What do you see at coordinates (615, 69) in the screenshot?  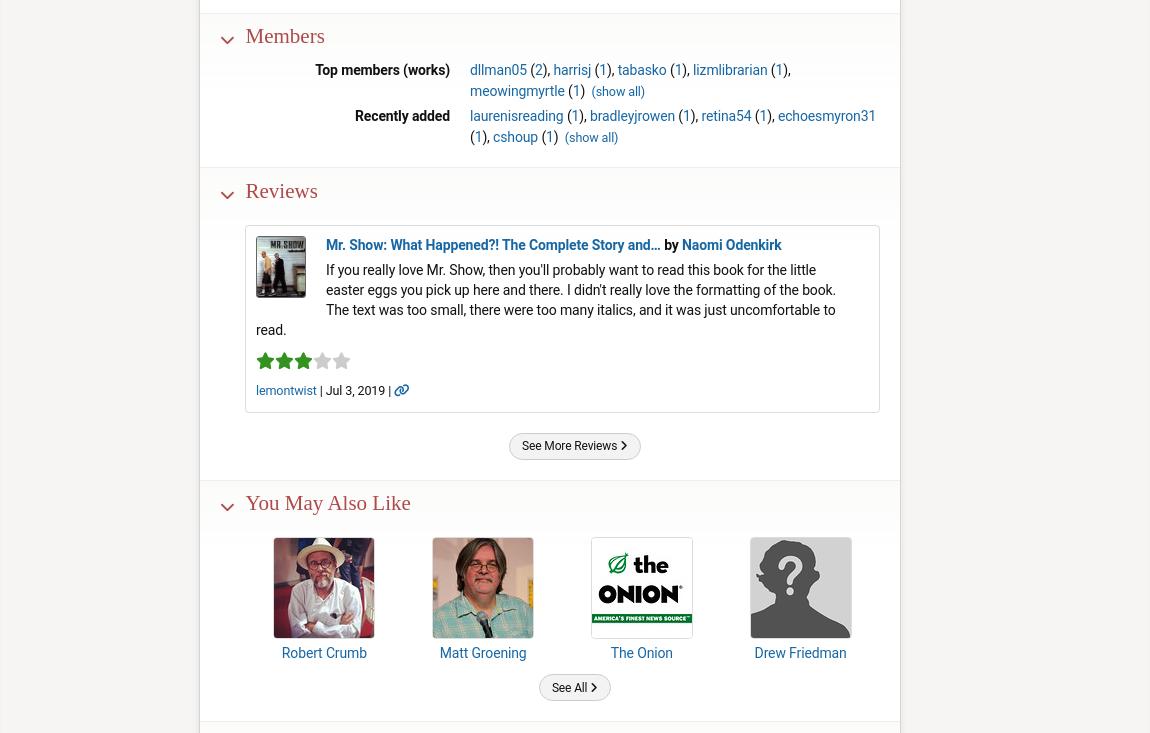 I see `'tabasko'` at bounding box center [615, 69].